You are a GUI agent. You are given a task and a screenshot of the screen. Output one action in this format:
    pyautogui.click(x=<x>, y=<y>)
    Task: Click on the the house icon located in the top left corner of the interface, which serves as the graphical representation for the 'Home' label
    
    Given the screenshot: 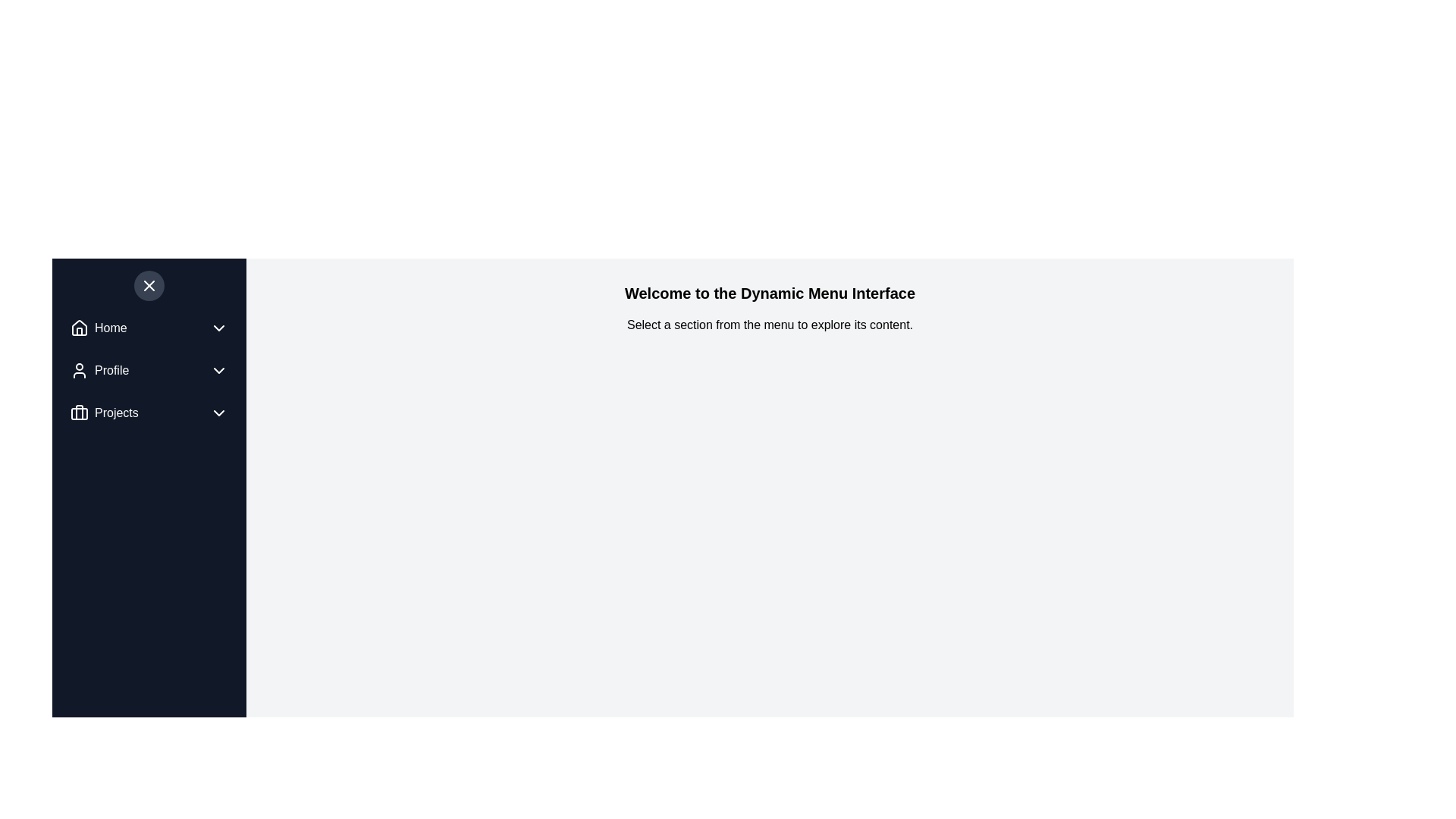 What is the action you would take?
    pyautogui.click(x=79, y=327)
    